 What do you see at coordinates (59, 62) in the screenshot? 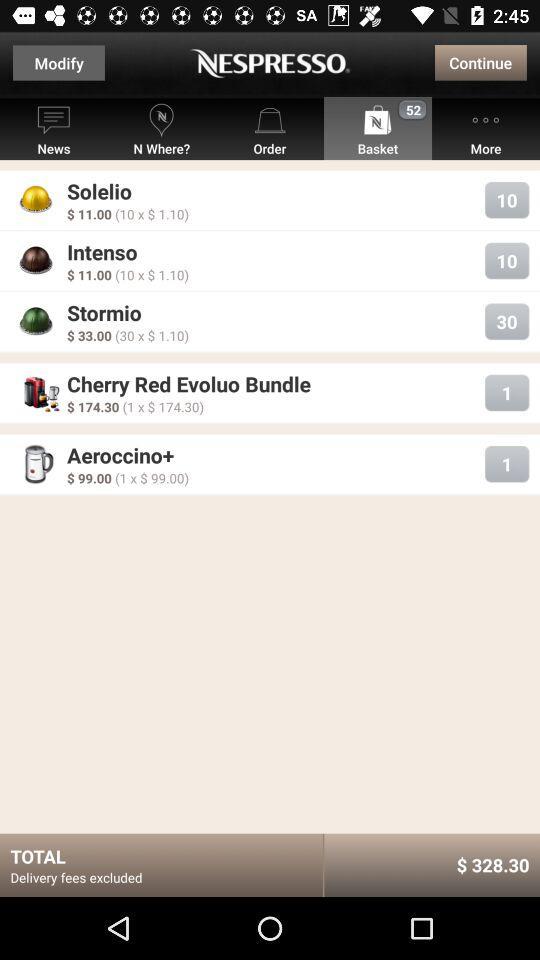
I see `the modify button on the web page` at bounding box center [59, 62].